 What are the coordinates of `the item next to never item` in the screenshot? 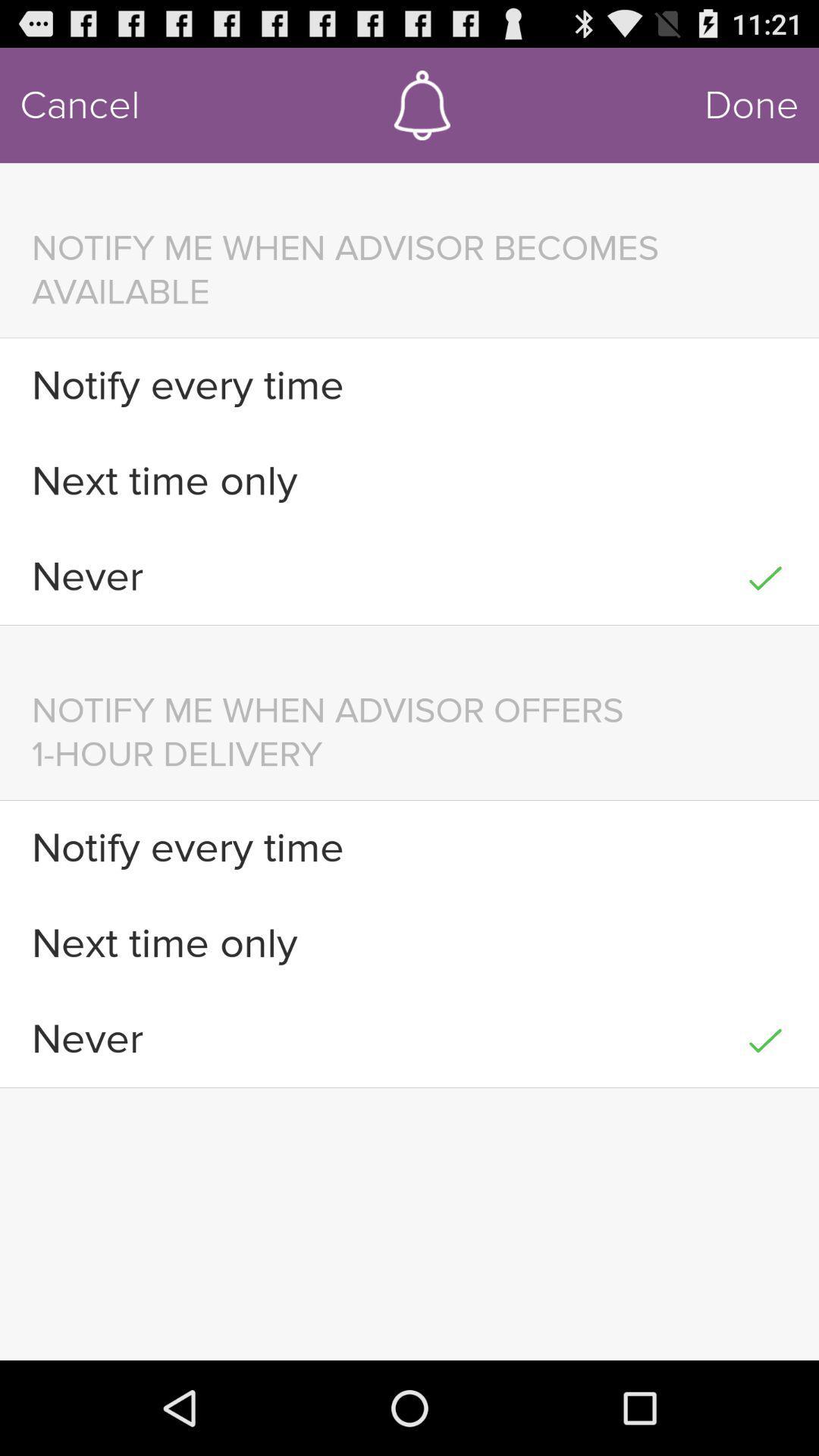 It's located at (765, 1038).